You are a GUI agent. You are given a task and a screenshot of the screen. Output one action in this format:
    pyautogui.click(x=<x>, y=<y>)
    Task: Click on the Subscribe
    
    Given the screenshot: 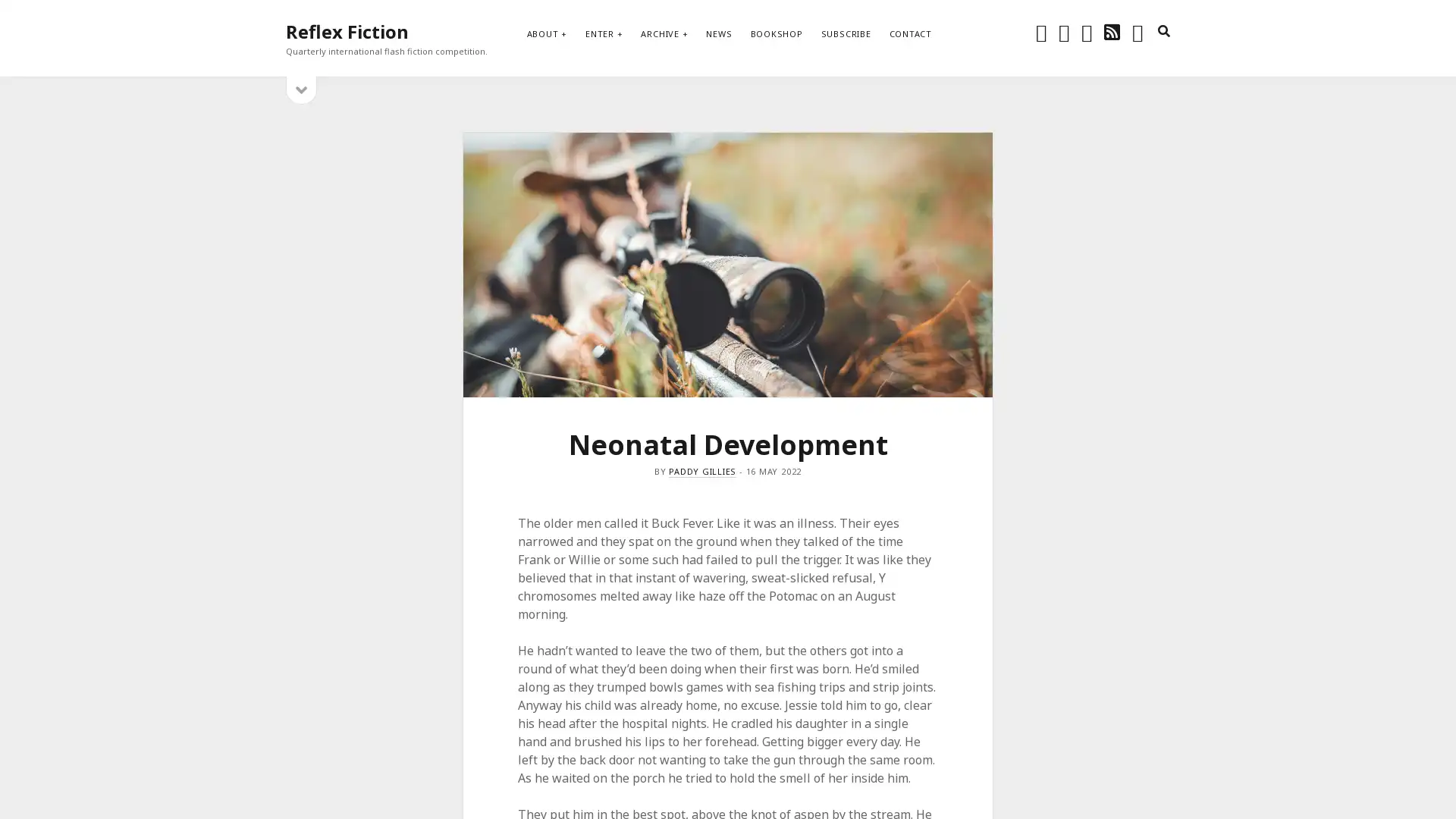 What is the action you would take?
    pyautogui.click(x=915, y=175)
    